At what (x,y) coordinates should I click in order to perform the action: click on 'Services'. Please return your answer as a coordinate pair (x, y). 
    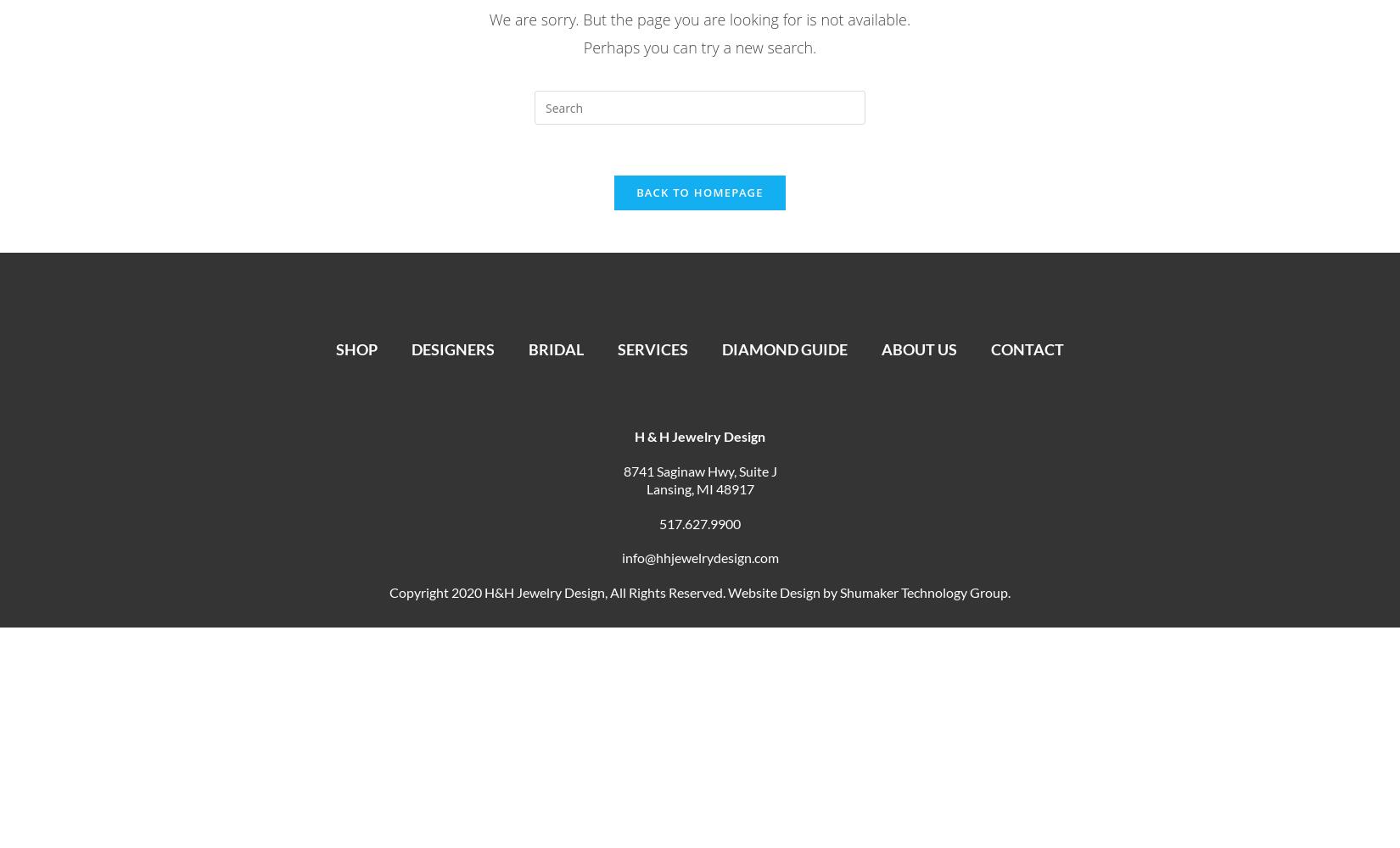
    Looking at the image, I should click on (644, 349).